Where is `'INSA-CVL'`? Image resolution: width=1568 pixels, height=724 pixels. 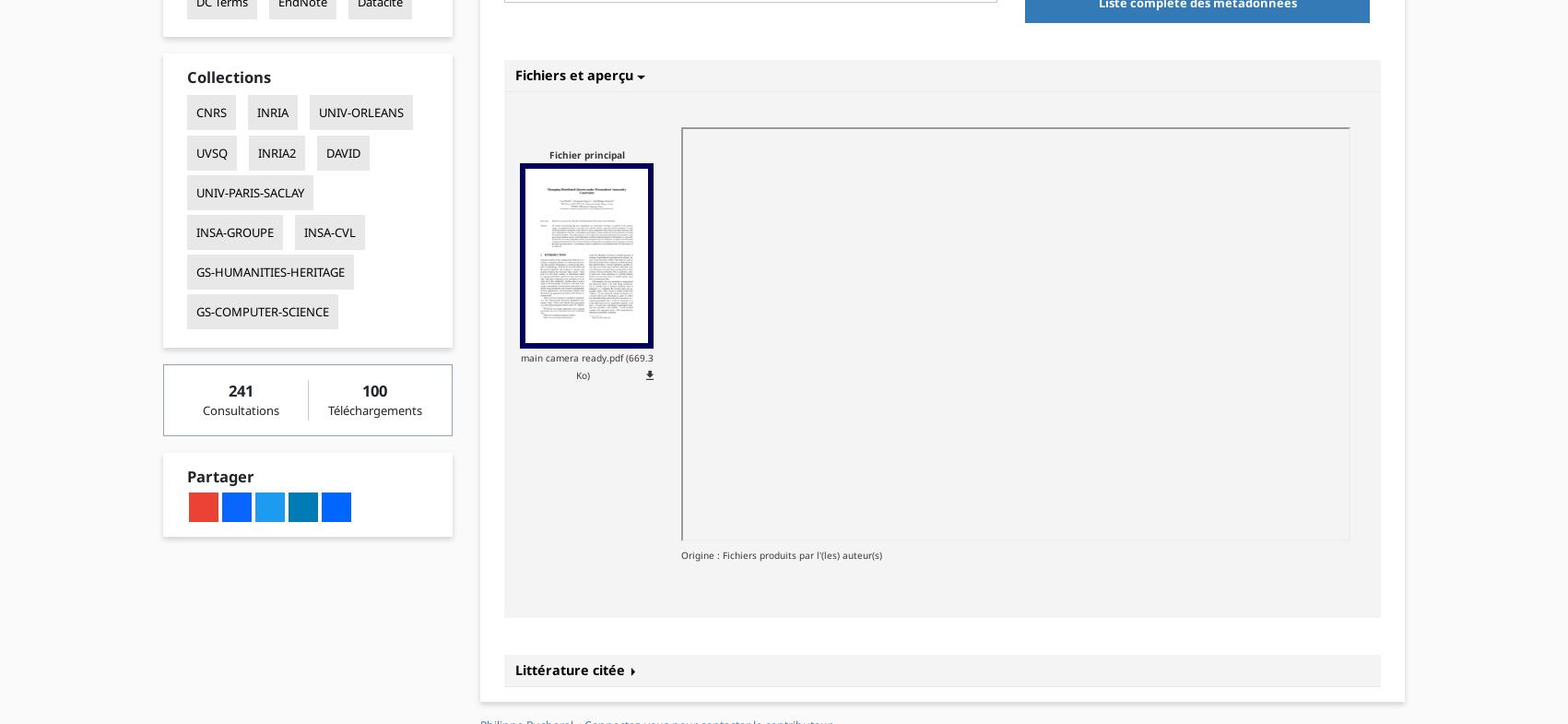
'INSA-CVL' is located at coordinates (329, 231).